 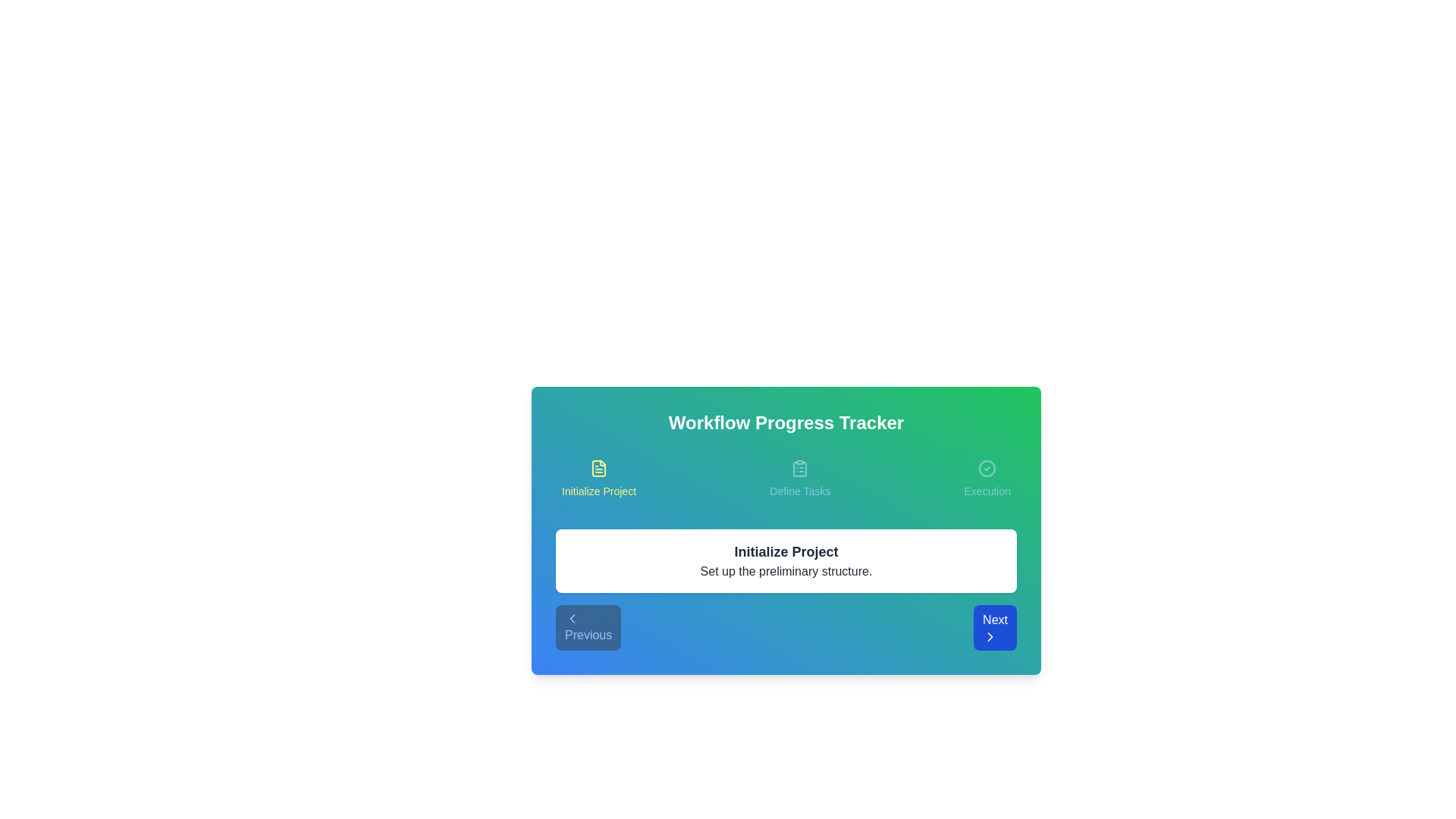 What do you see at coordinates (588, 628) in the screenshot?
I see `the Previous button to navigate the workflow` at bounding box center [588, 628].